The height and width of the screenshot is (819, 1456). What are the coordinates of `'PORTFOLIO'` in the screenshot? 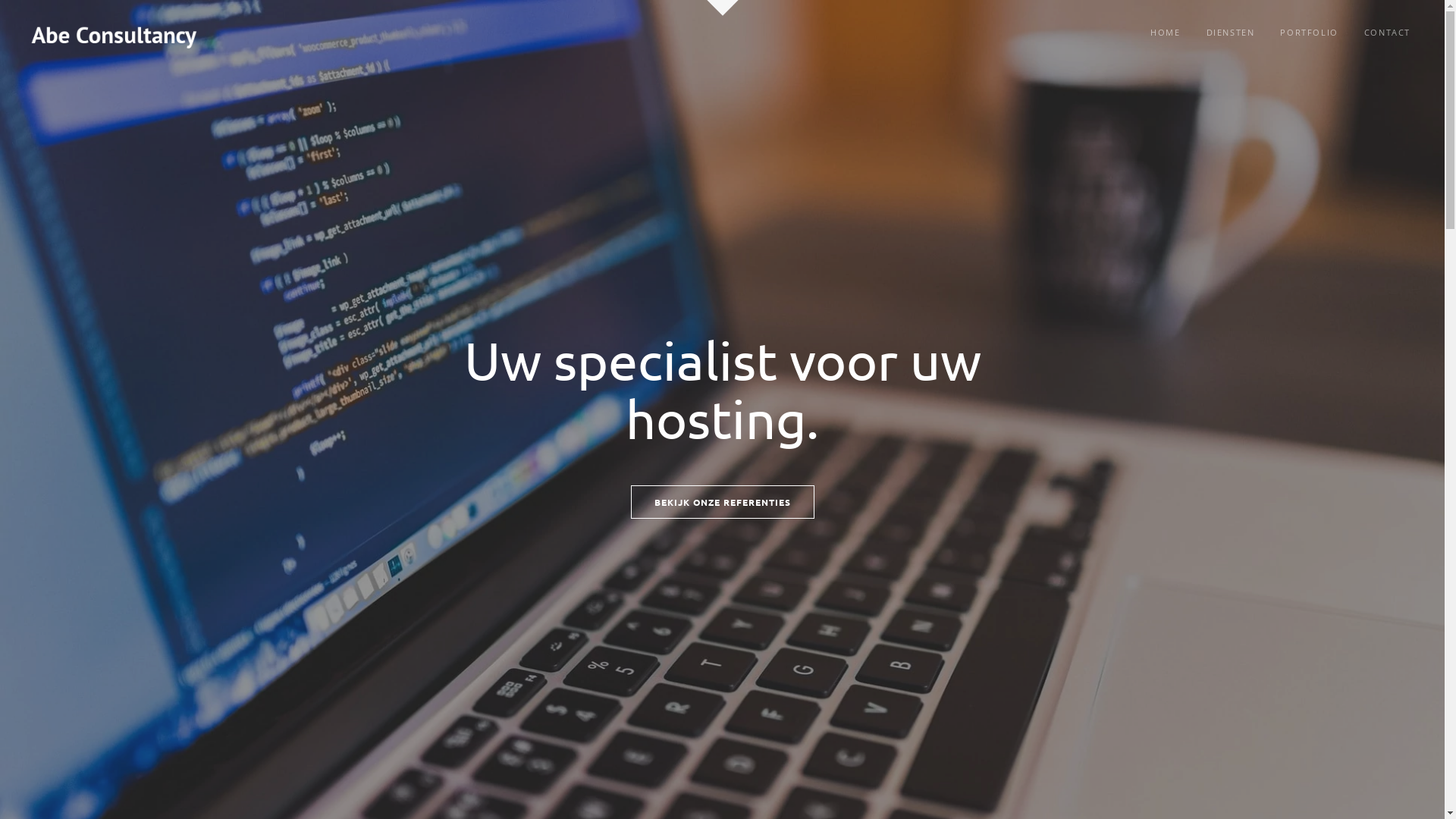 It's located at (1269, 32).